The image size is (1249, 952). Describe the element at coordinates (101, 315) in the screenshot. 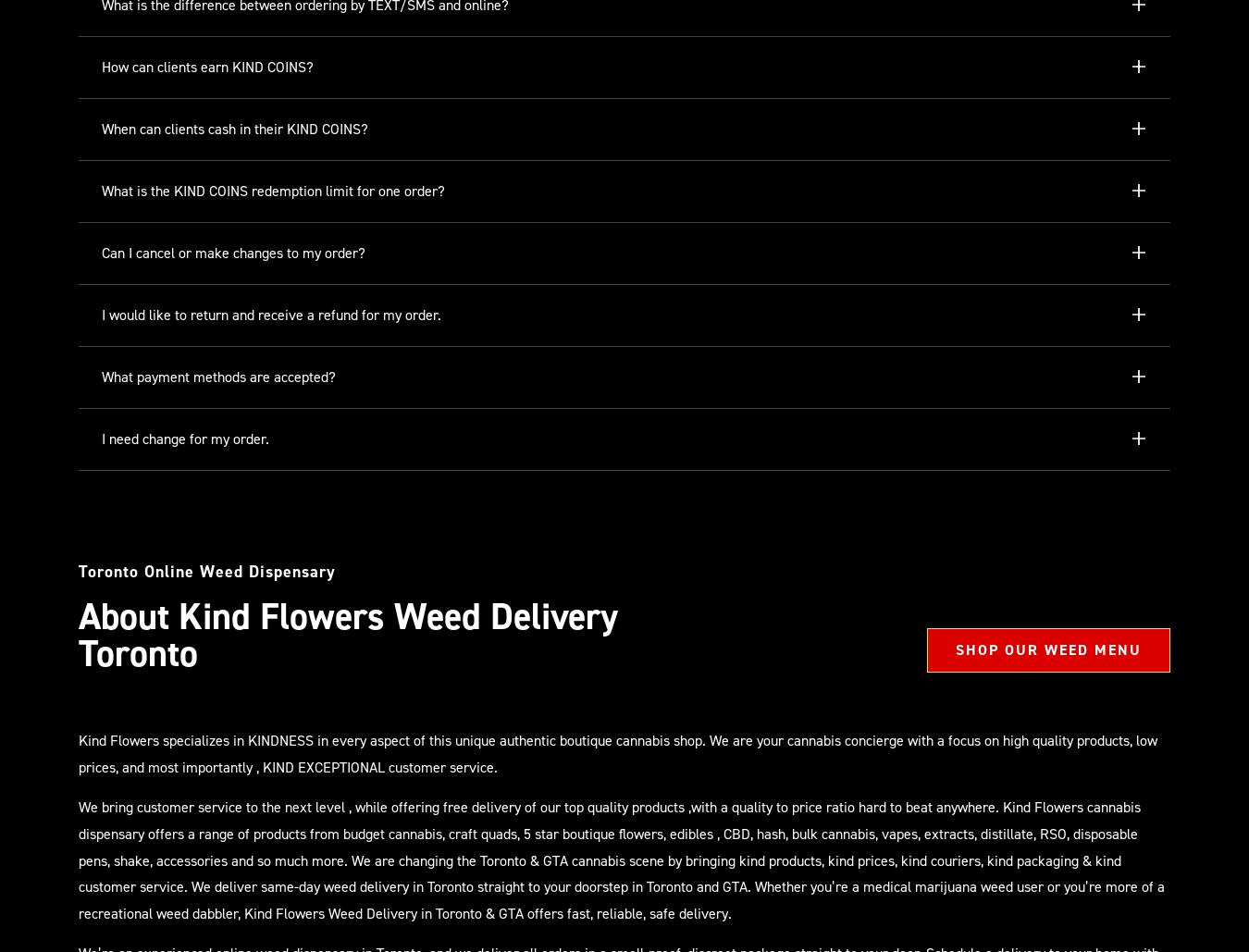

I see `'I would like to return and receive a refund for my order.'` at that location.